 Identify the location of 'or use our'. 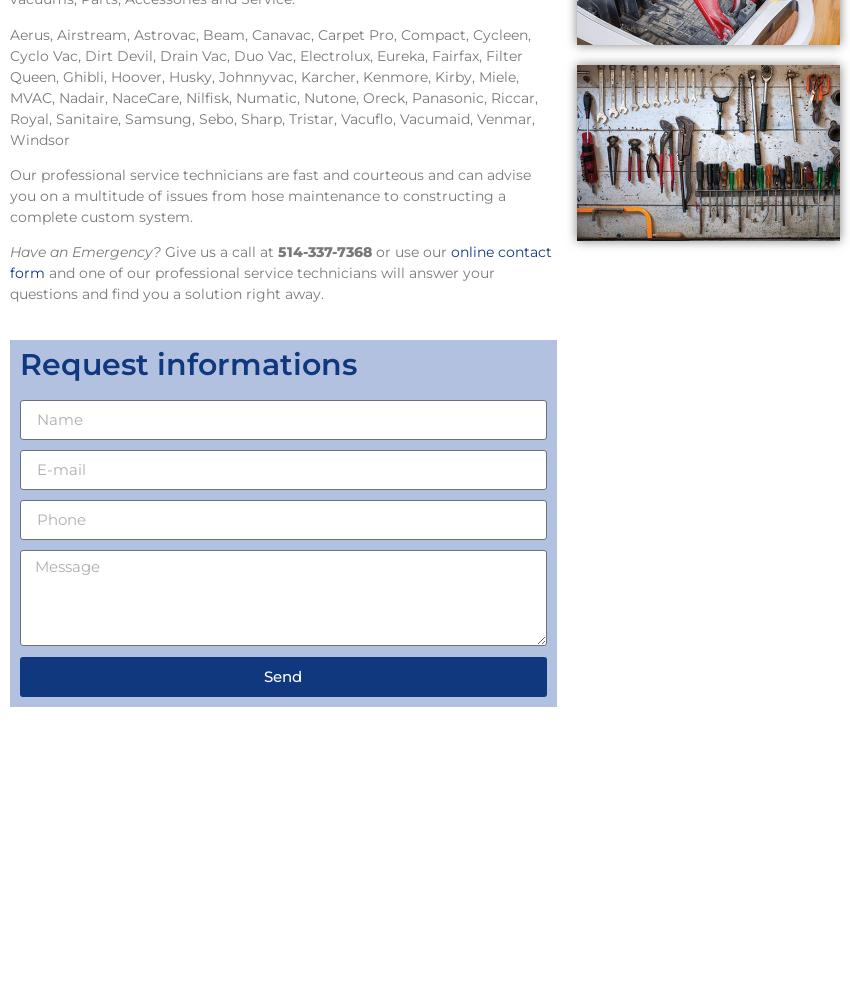
(370, 252).